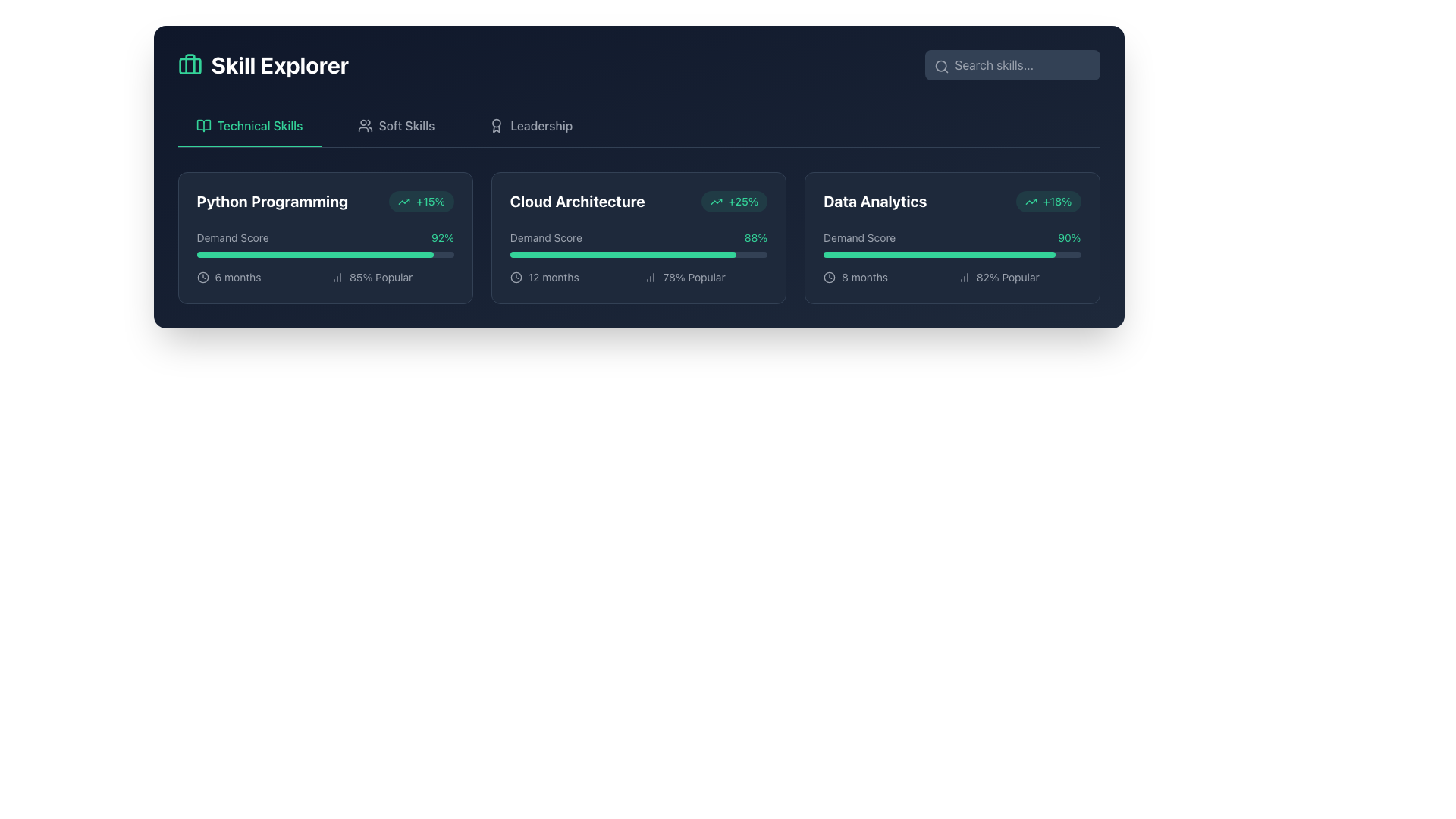  What do you see at coordinates (202, 124) in the screenshot?
I see `the icon representing the 'Technical Skills' section located in the main navigation bar, to the left of the 'Technical Skills' label` at bounding box center [202, 124].